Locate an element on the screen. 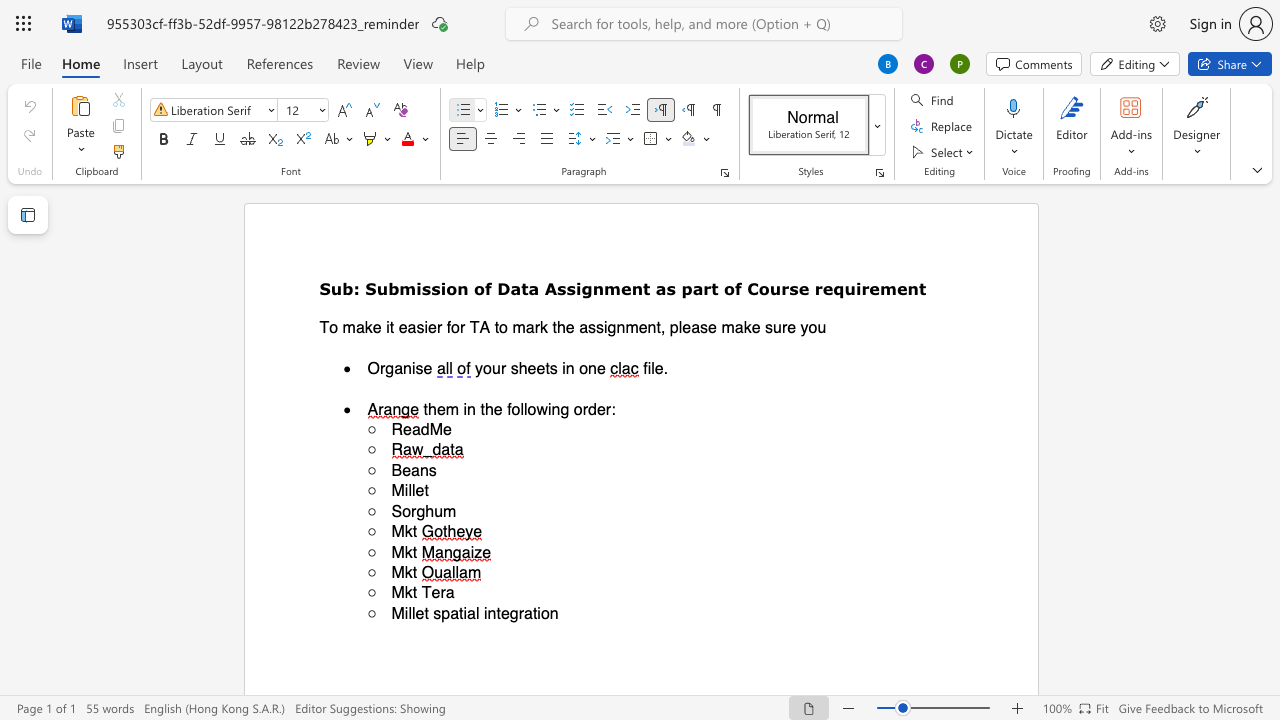 This screenshot has width=1280, height=720. the space between the continuous character "e" and "g" in the text is located at coordinates (509, 612).